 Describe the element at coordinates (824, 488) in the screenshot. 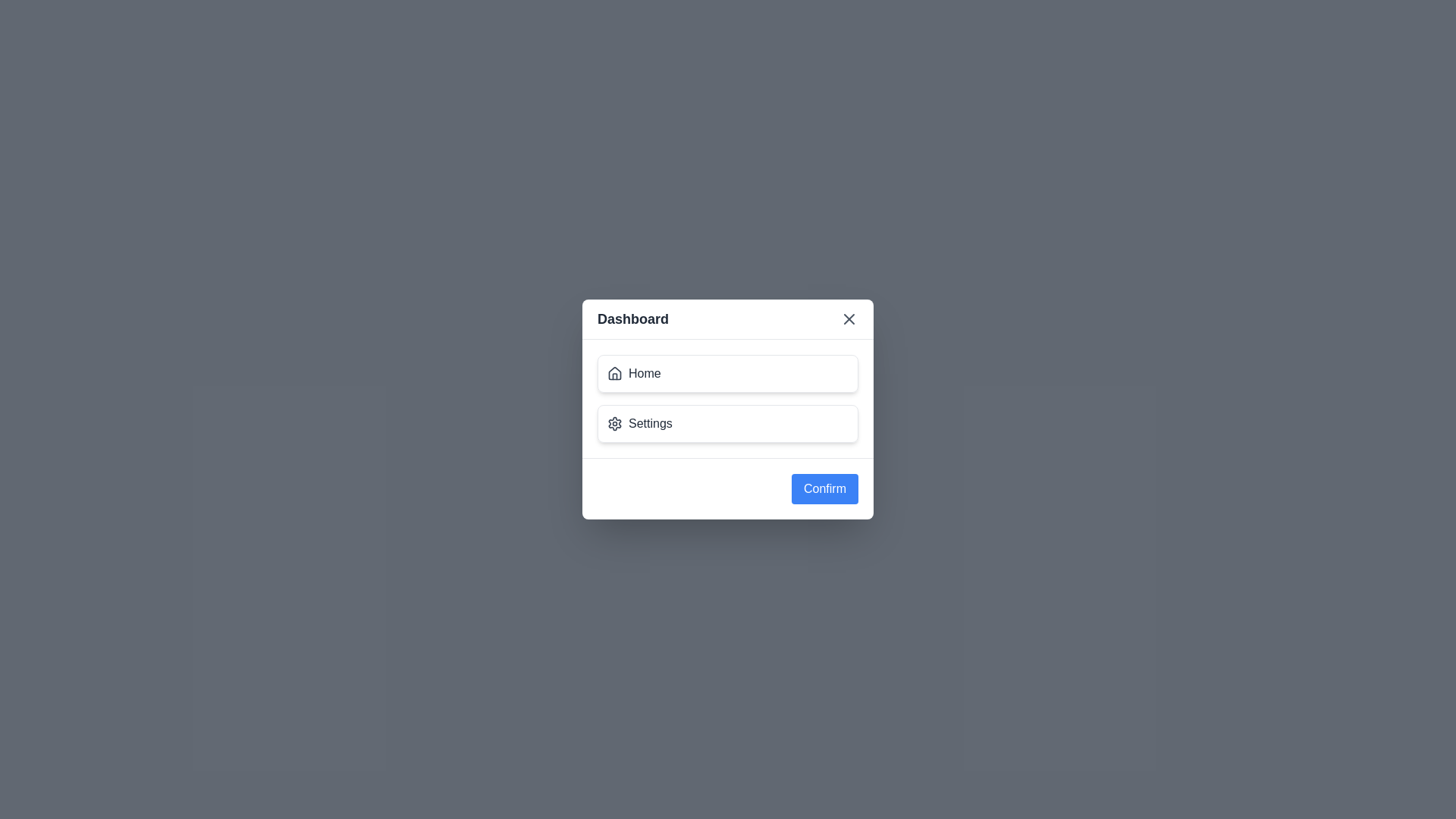

I see `'Confirm' button to confirm the selection` at that location.